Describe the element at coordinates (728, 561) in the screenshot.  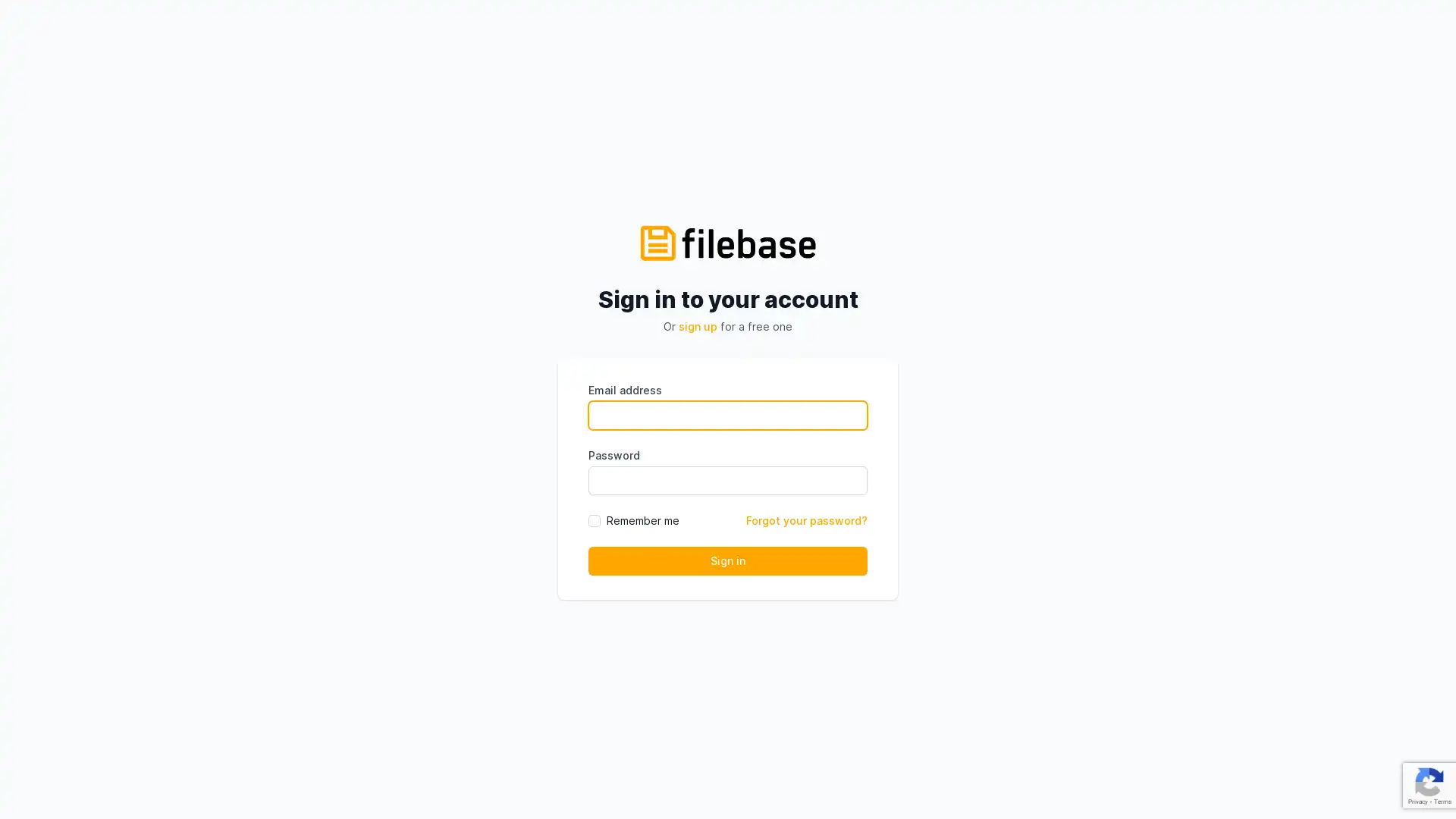
I see `Sign in` at that location.